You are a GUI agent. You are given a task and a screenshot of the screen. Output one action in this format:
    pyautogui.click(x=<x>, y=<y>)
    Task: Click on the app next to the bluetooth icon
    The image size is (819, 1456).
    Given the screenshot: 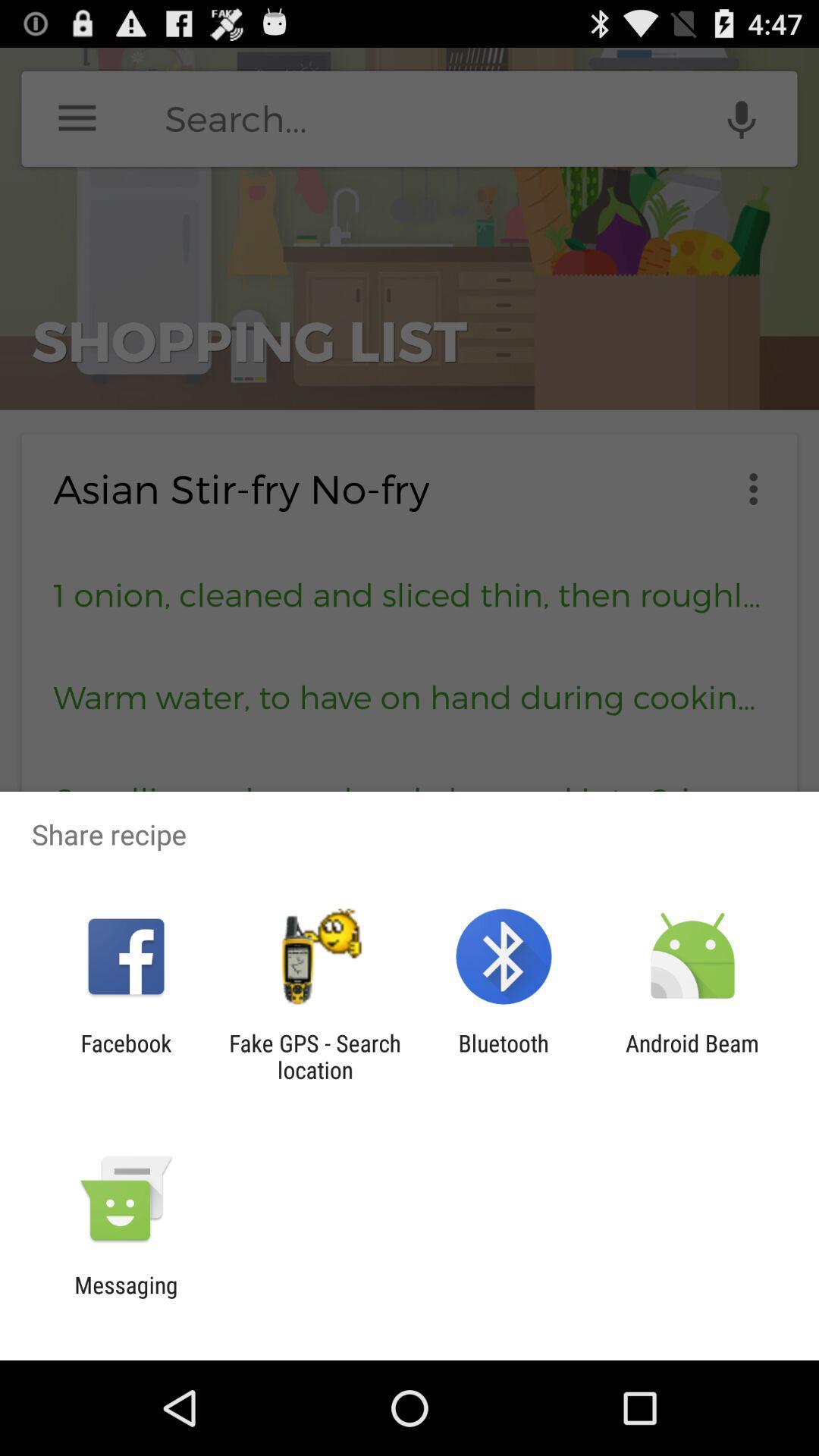 What is the action you would take?
    pyautogui.click(x=692, y=1056)
    